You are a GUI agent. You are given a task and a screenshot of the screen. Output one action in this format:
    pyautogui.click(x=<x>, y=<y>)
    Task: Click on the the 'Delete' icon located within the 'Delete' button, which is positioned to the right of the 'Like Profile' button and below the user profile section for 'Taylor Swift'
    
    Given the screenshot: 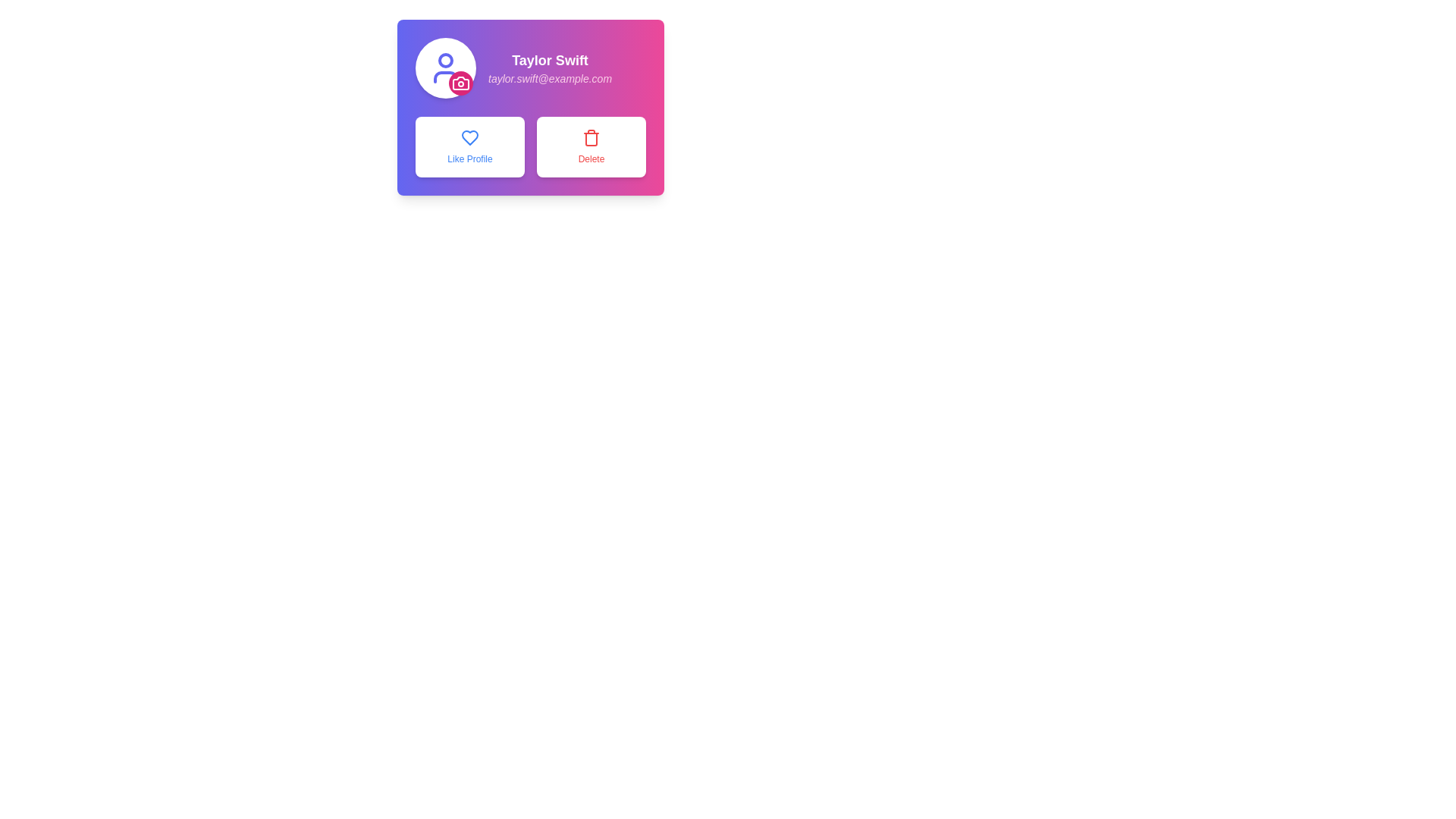 What is the action you would take?
    pyautogui.click(x=590, y=137)
    